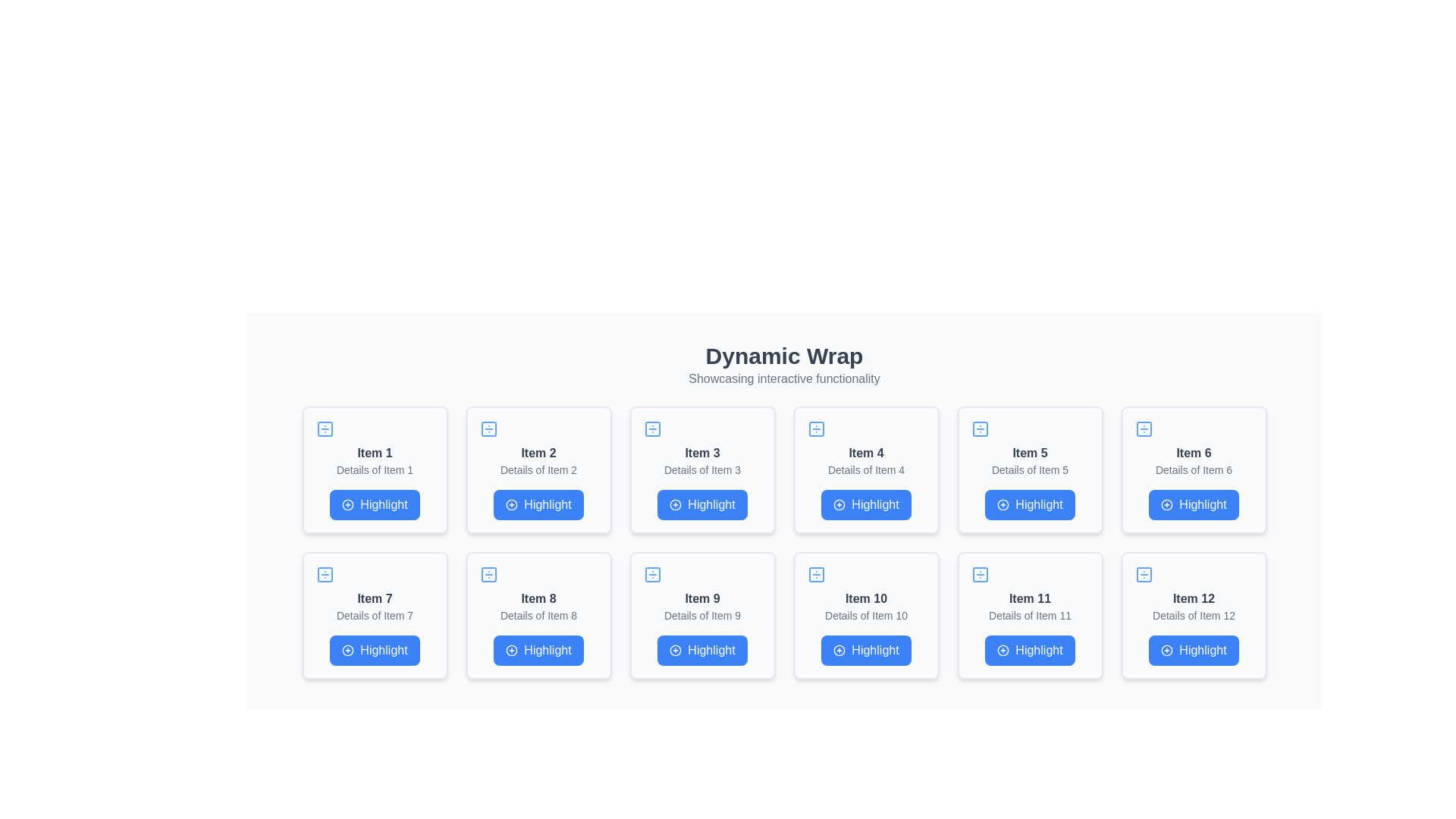 This screenshot has height=819, width=1456. I want to click on the circular SVG icon with a plus symbol inside the blue 'Highlight' button located in row 3, column 3 of the grid layout, so click(675, 649).